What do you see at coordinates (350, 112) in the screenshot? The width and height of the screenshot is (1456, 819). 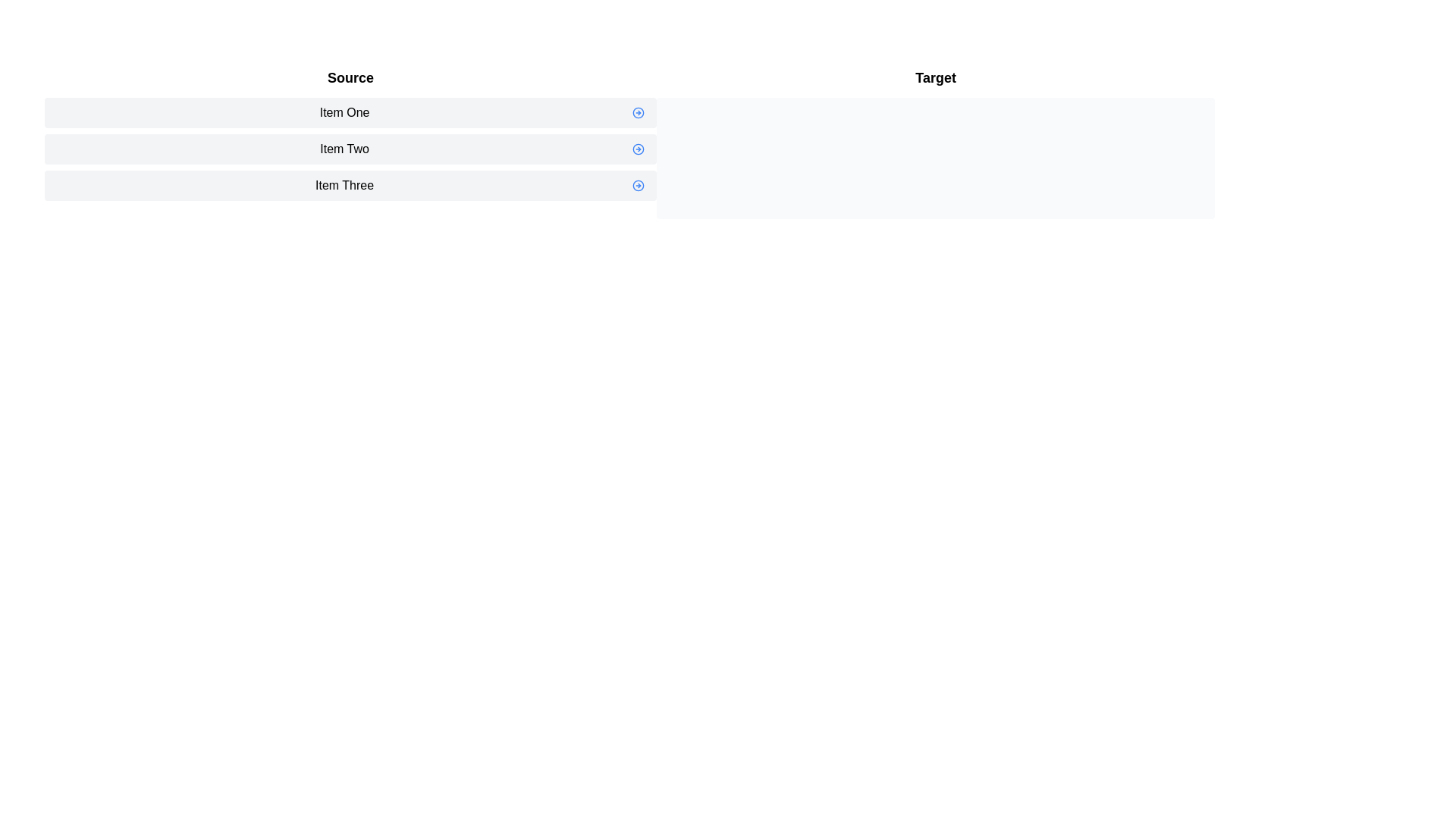 I see `the non-interactive text label displaying 'Item One', which is the first of three list items in the 'Source' column located in the top-left section of the interface` at bounding box center [350, 112].